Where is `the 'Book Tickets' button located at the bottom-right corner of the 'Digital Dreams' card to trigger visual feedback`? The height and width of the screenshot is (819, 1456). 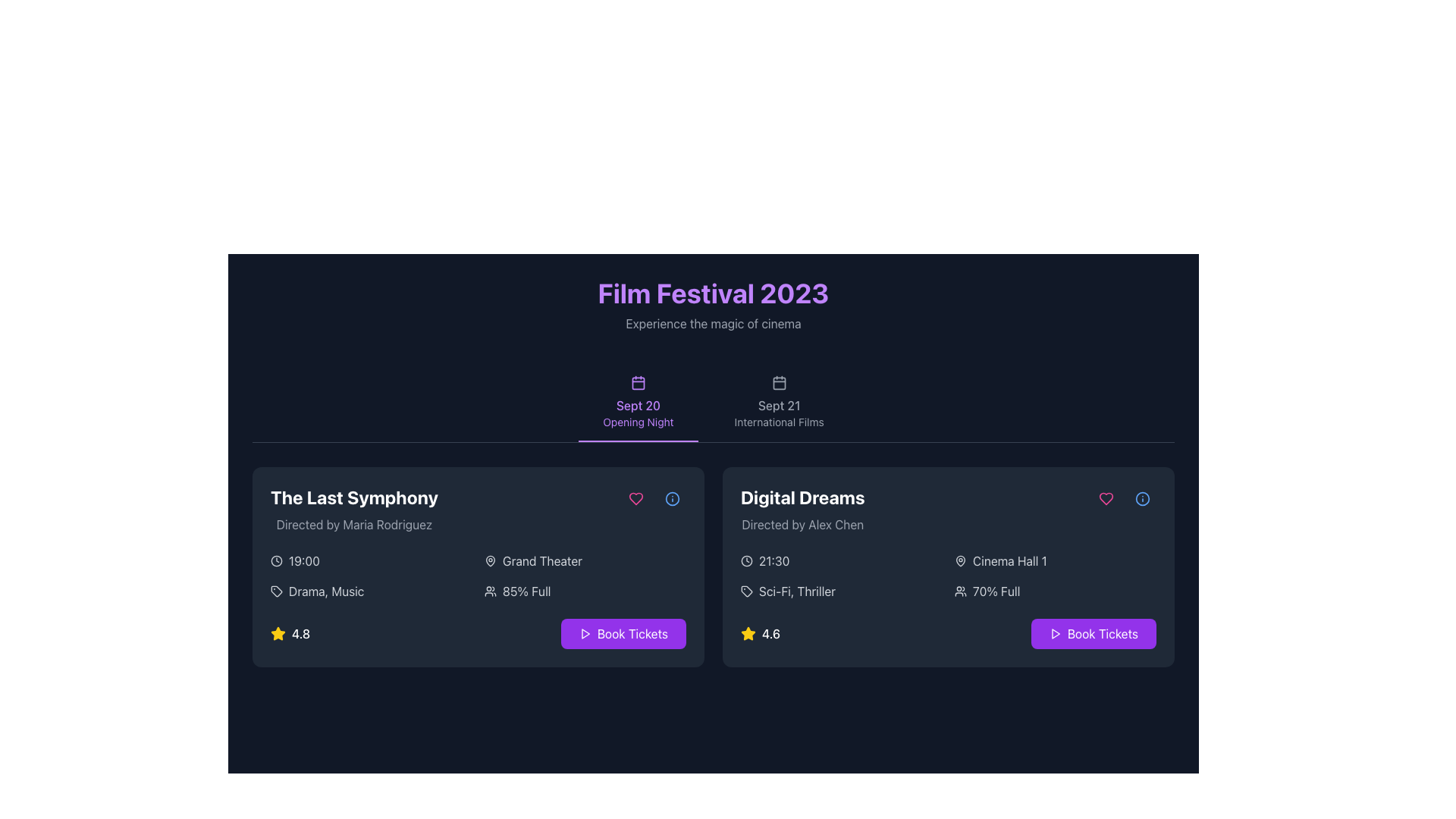
the 'Book Tickets' button located at the bottom-right corner of the 'Digital Dreams' card to trigger visual feedback is located at coordinates (1094, 634).